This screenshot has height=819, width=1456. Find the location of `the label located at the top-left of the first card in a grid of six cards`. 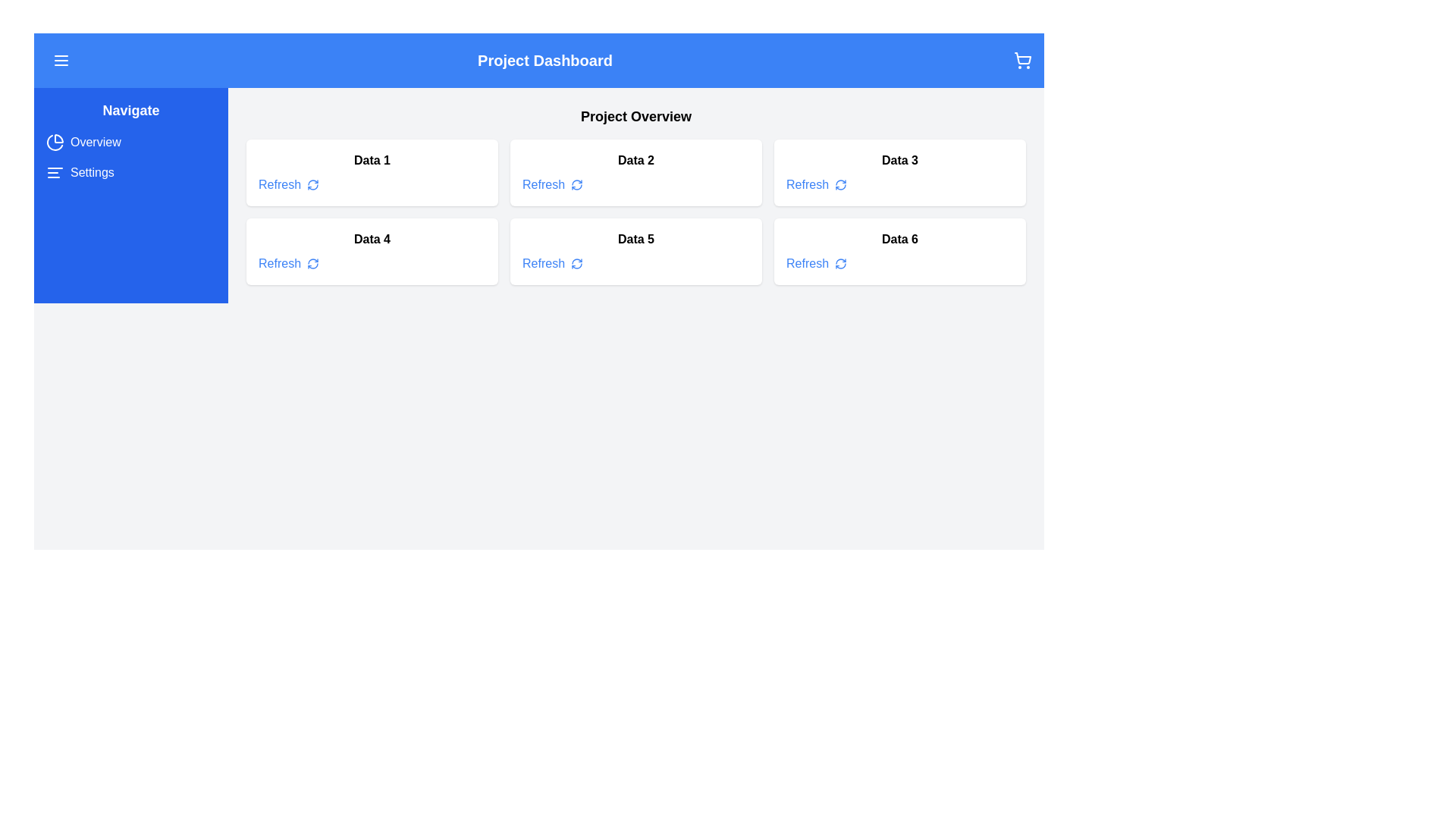

the label located at the top-left of the first card in a grid of six cards is located at coordinates (372, 161).